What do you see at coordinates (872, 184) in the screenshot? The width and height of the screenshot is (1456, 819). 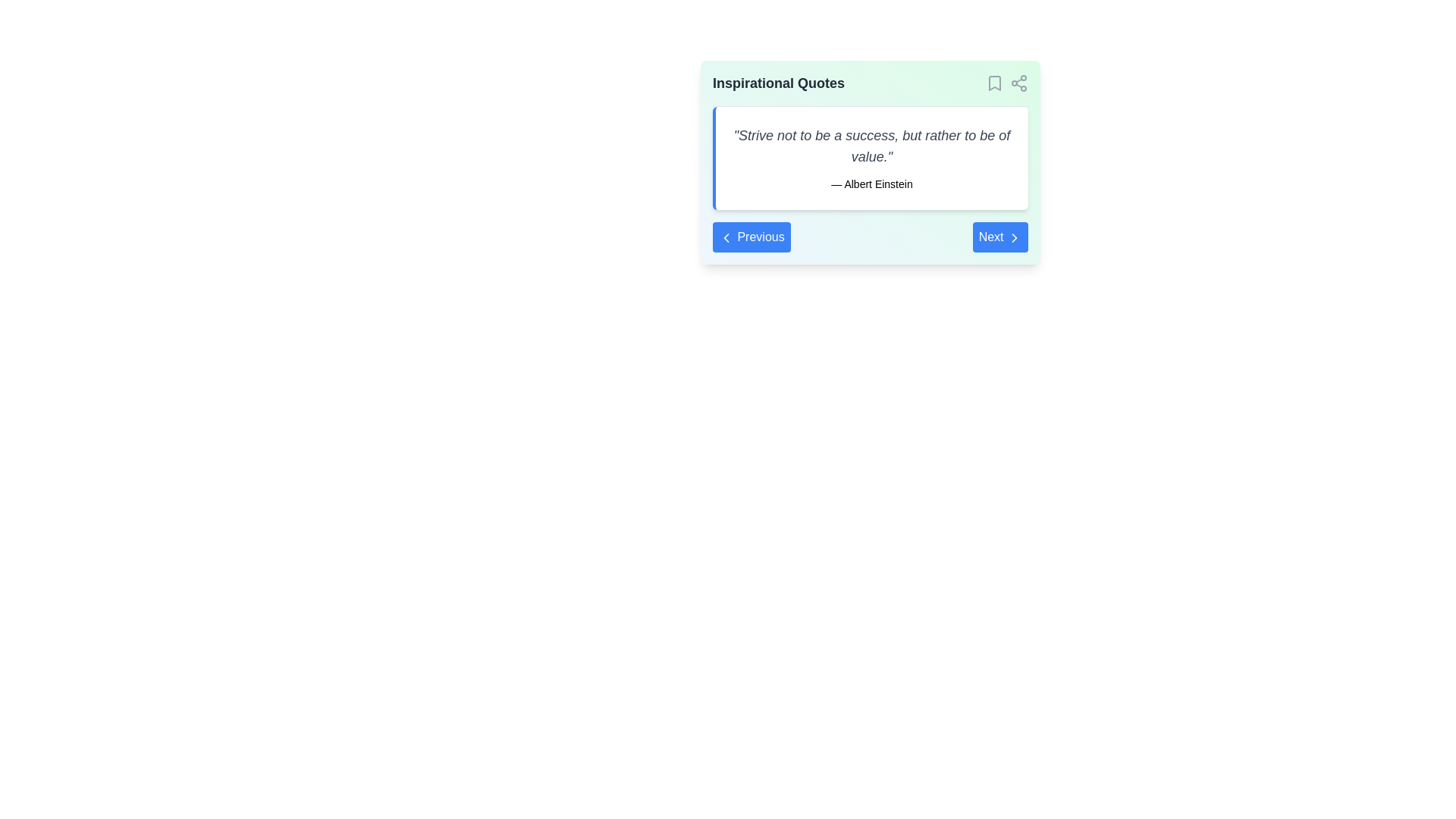 I see `the Text Label element displaying 'Albert Einstein' at the bottom-right of the quotation box` at bounding box center [872, 184].